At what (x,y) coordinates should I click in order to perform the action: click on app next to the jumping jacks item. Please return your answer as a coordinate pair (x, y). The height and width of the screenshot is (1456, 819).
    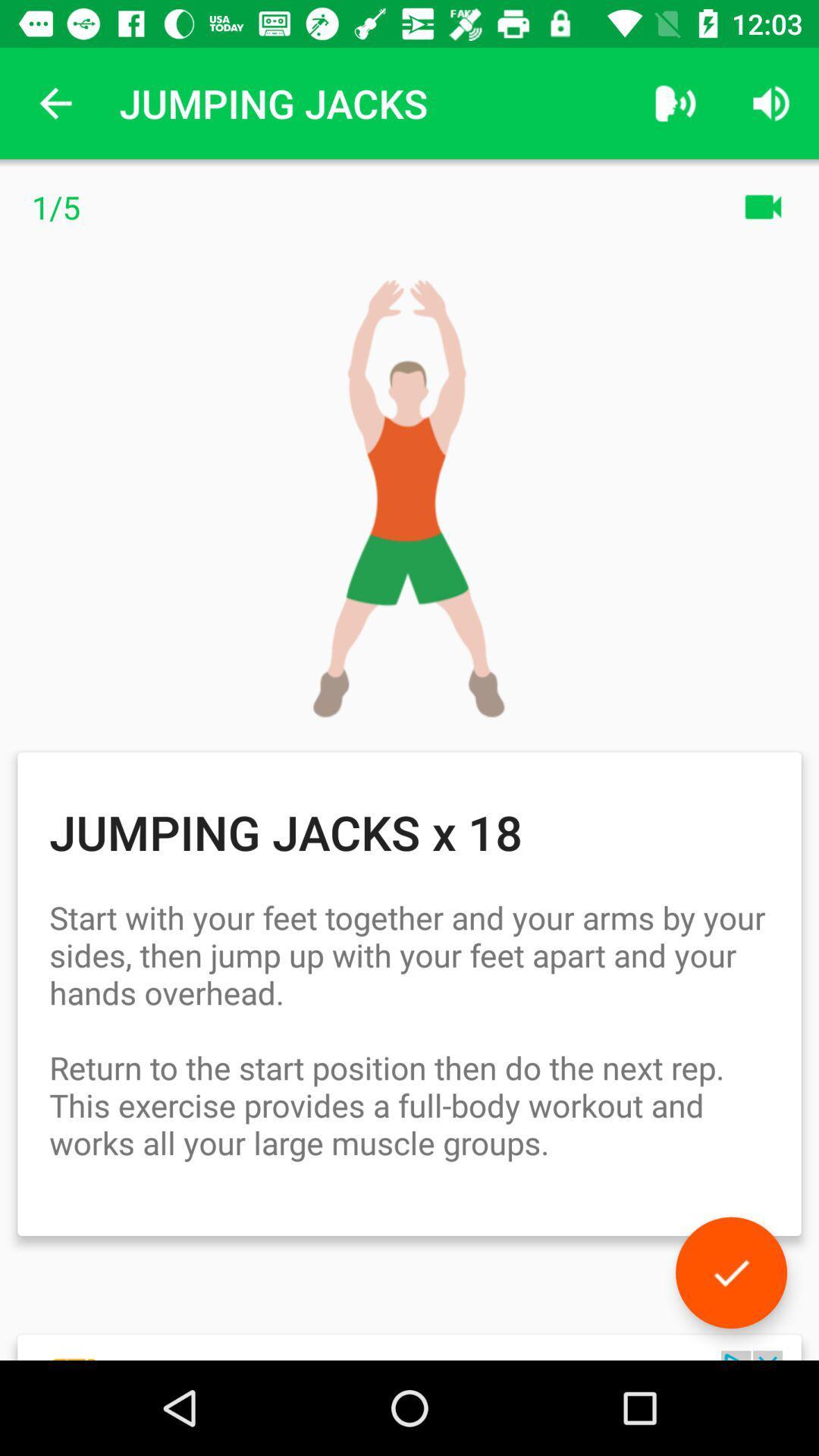
    Looking at the image, I should click on (675, 102).